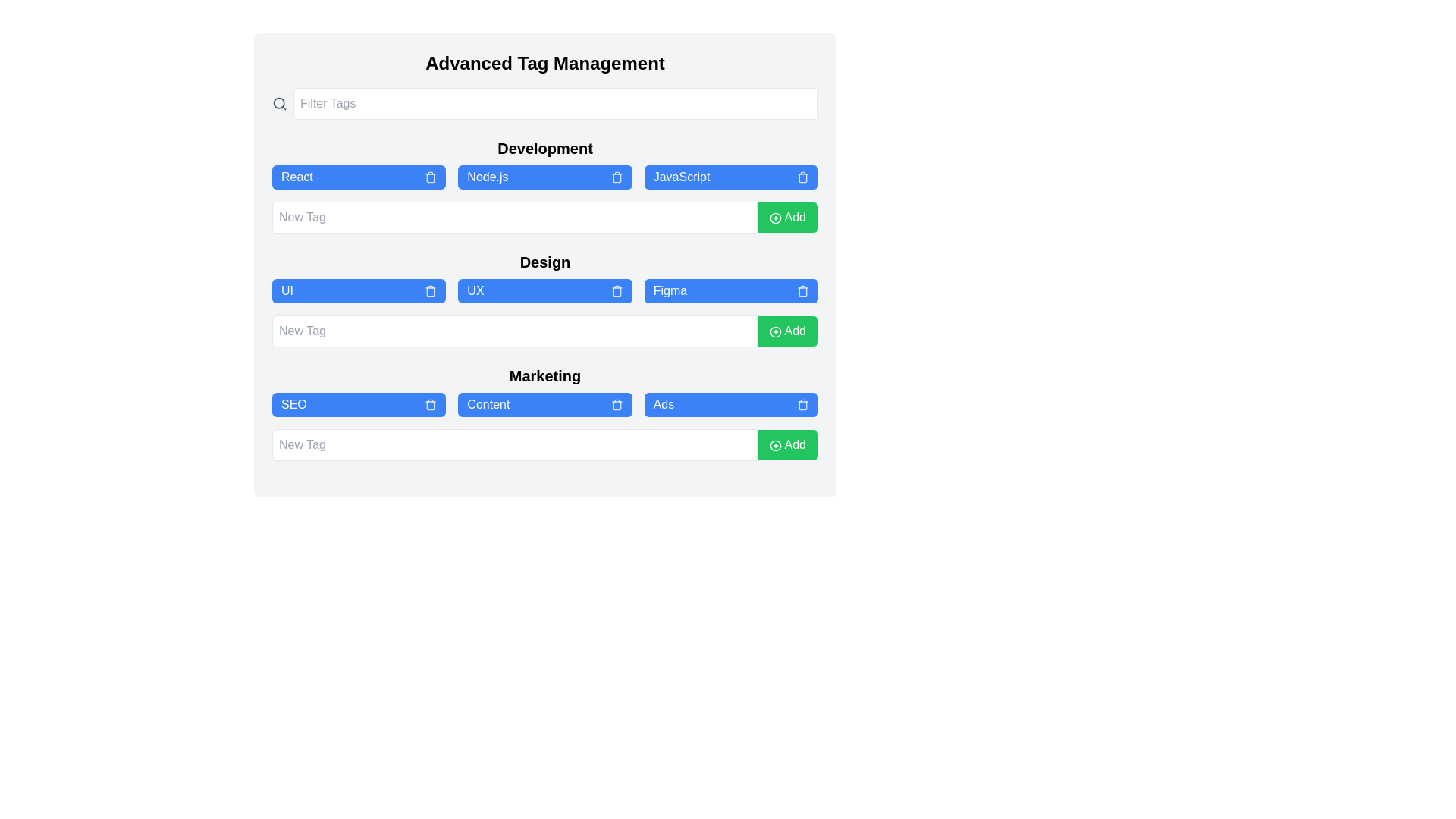 The height and width of the screenshot is (819, 1456). I want to click on the 'JavaScript' button with white text on a blue background located in the 'Development' section, which is the third tag in a row of blue buttons, so click(680, 177).